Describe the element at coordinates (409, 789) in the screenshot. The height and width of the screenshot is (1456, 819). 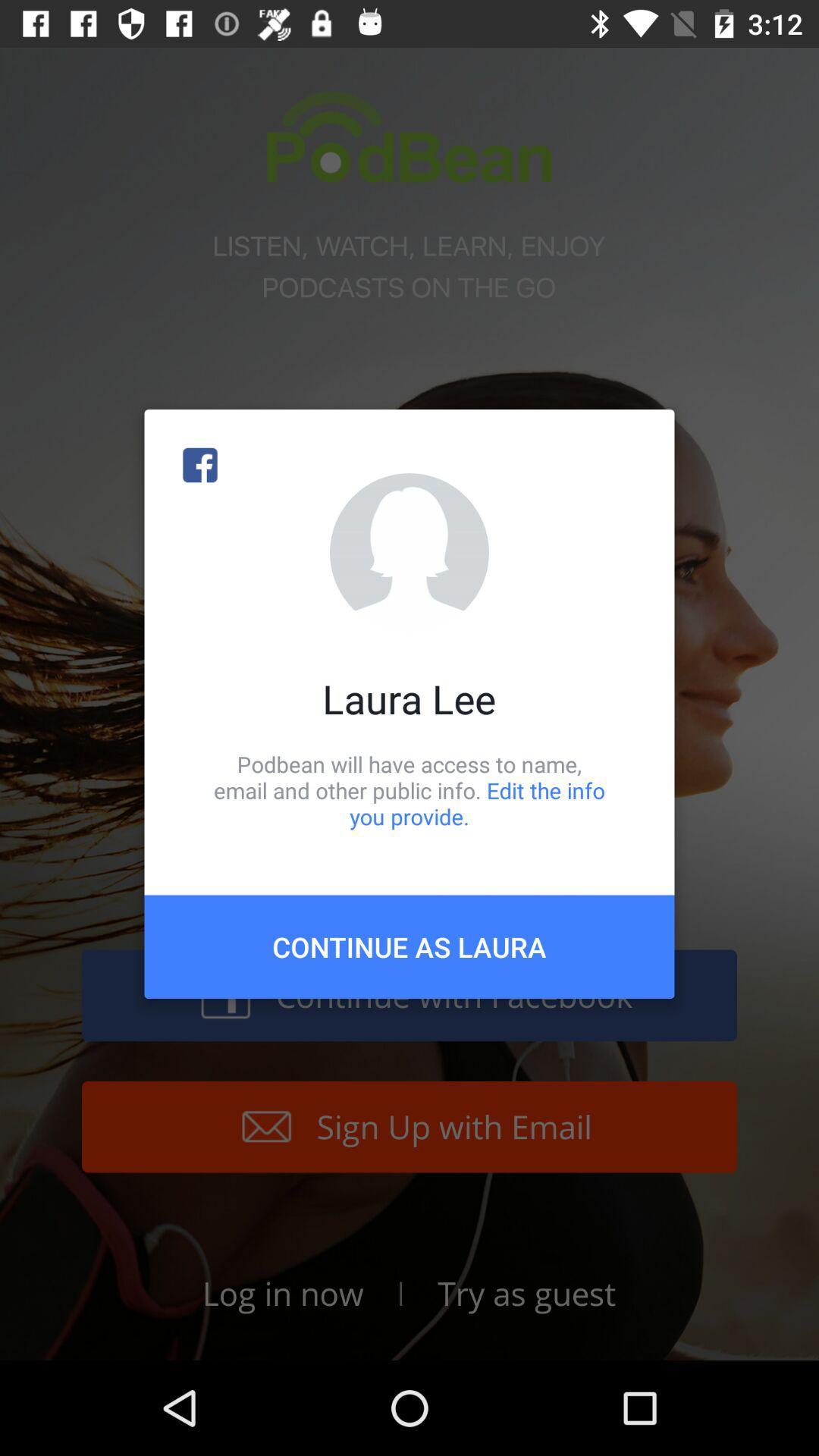
I see `podbean will have icon` at that location.